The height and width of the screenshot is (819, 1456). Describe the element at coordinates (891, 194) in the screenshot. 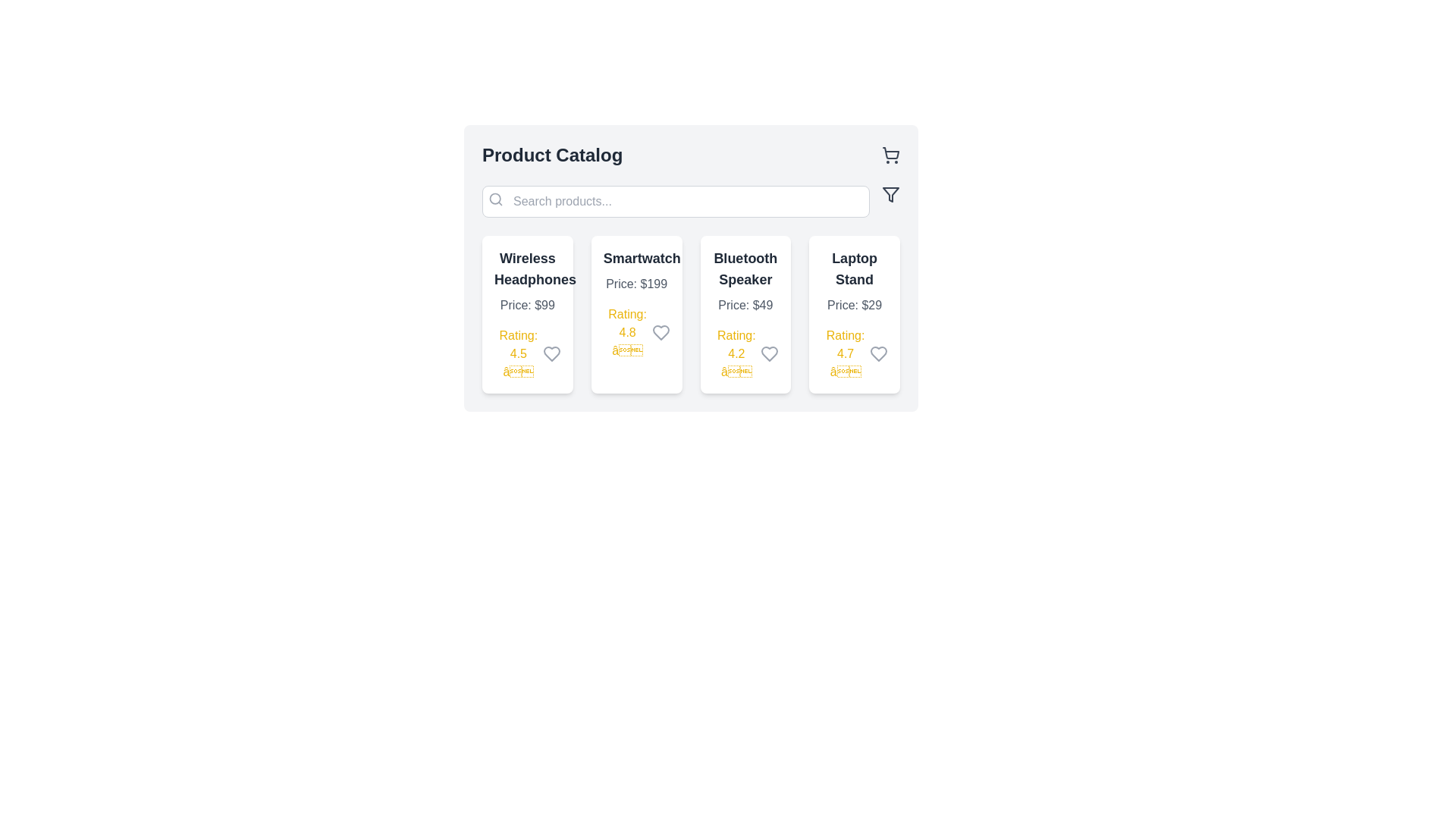

I see `the filter icon located on the right side of the toolbar below 'Product Catalog'` at that location.